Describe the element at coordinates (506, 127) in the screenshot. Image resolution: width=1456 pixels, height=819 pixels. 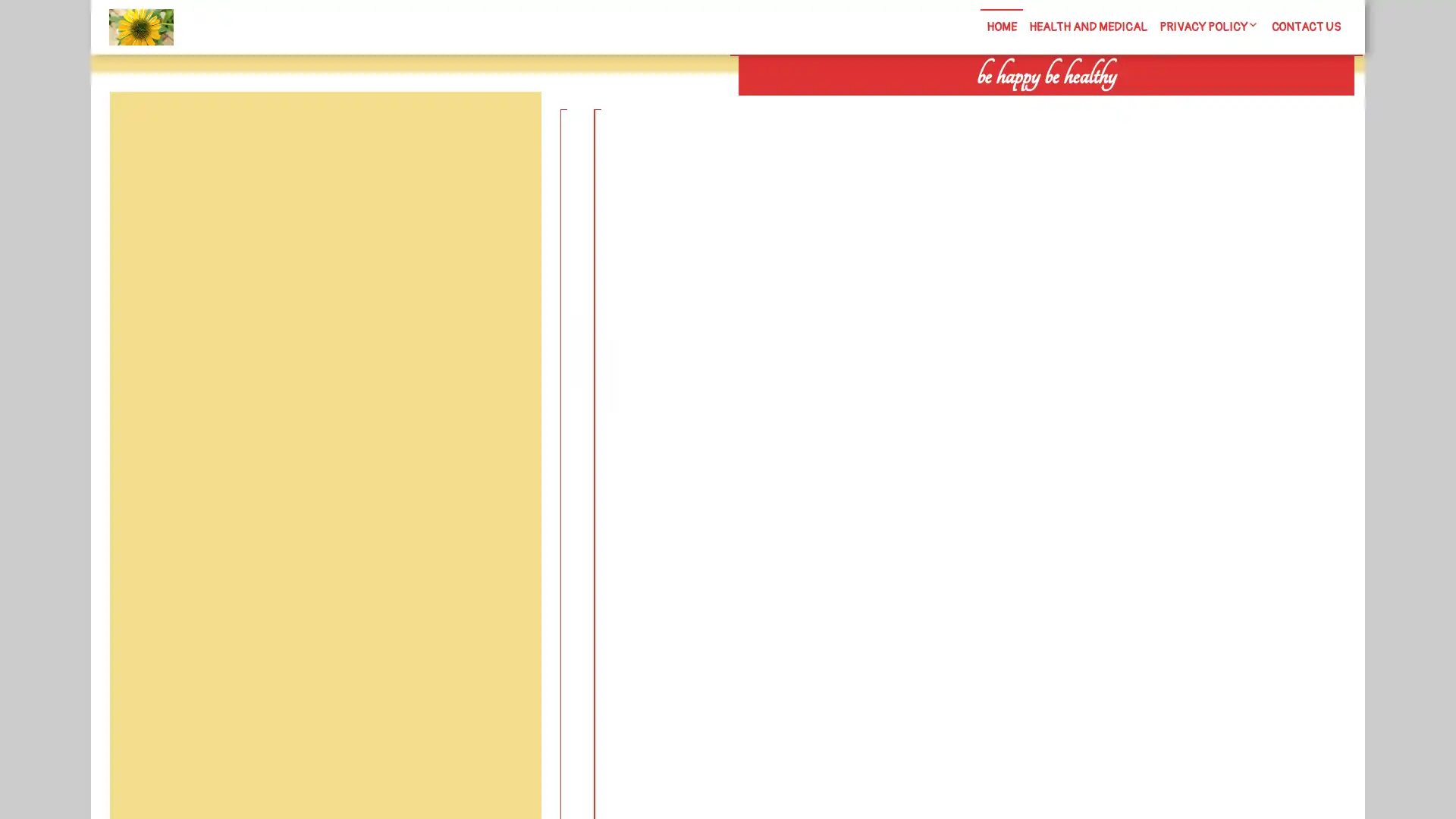
I see `Search` at that location.